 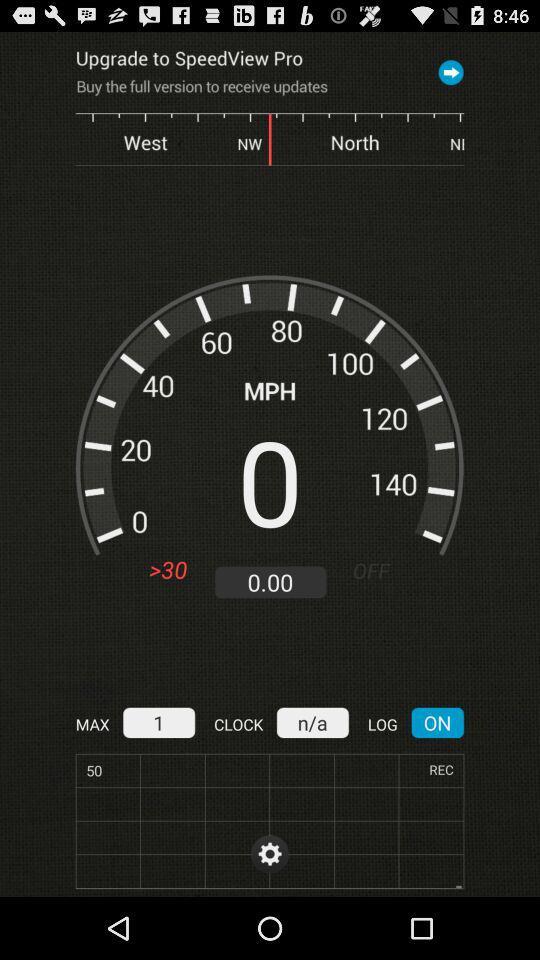 I want to click on the >30 app, so click(x=167, y=570).